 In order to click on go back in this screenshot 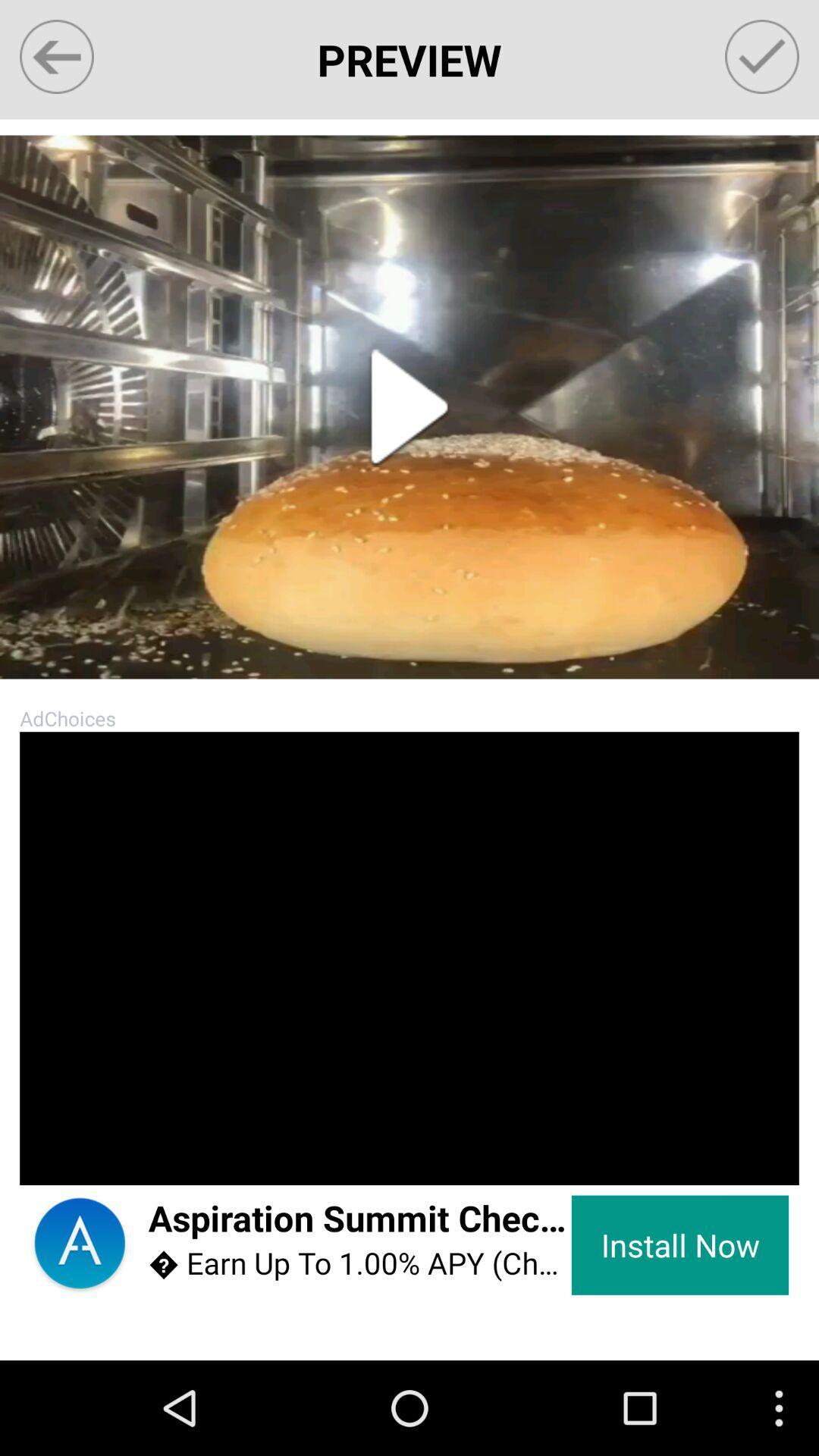, I will do `click(55, 57)`.